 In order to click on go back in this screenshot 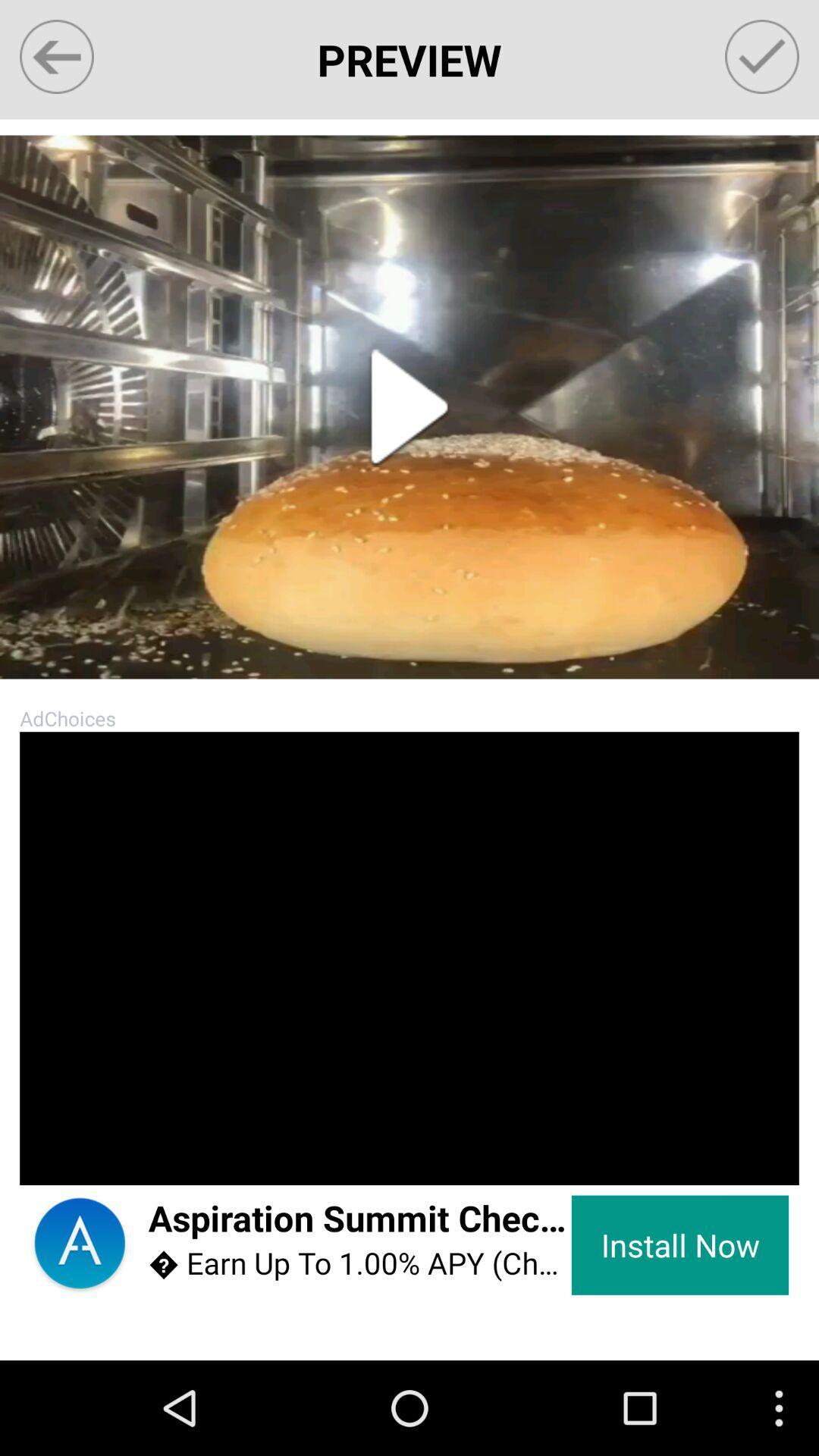, I will do `click(55, 57)`.